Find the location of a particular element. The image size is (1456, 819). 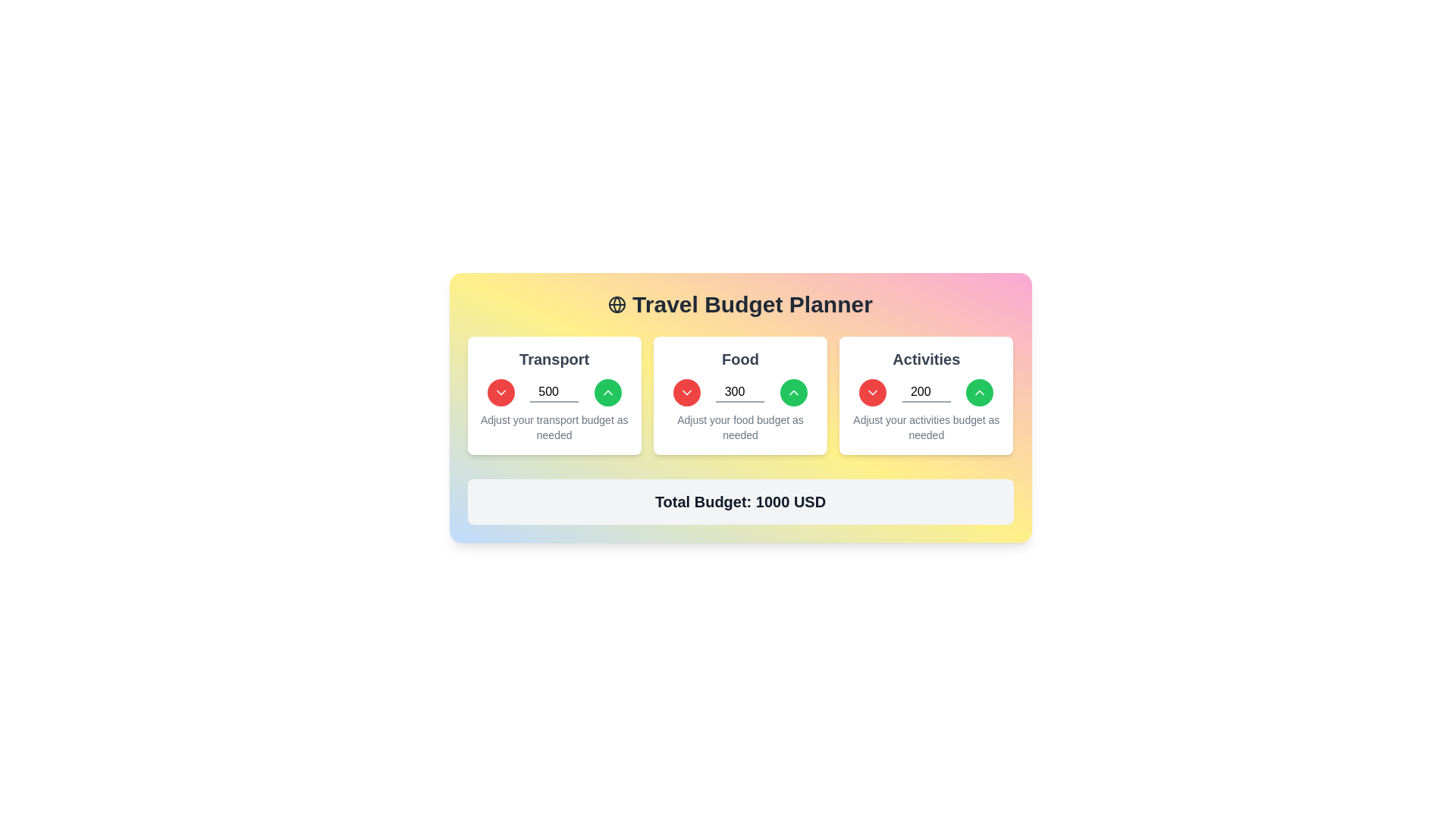

to select the numeric value in the central text input field within the 'Food' card is located at coordinates (740, 391).